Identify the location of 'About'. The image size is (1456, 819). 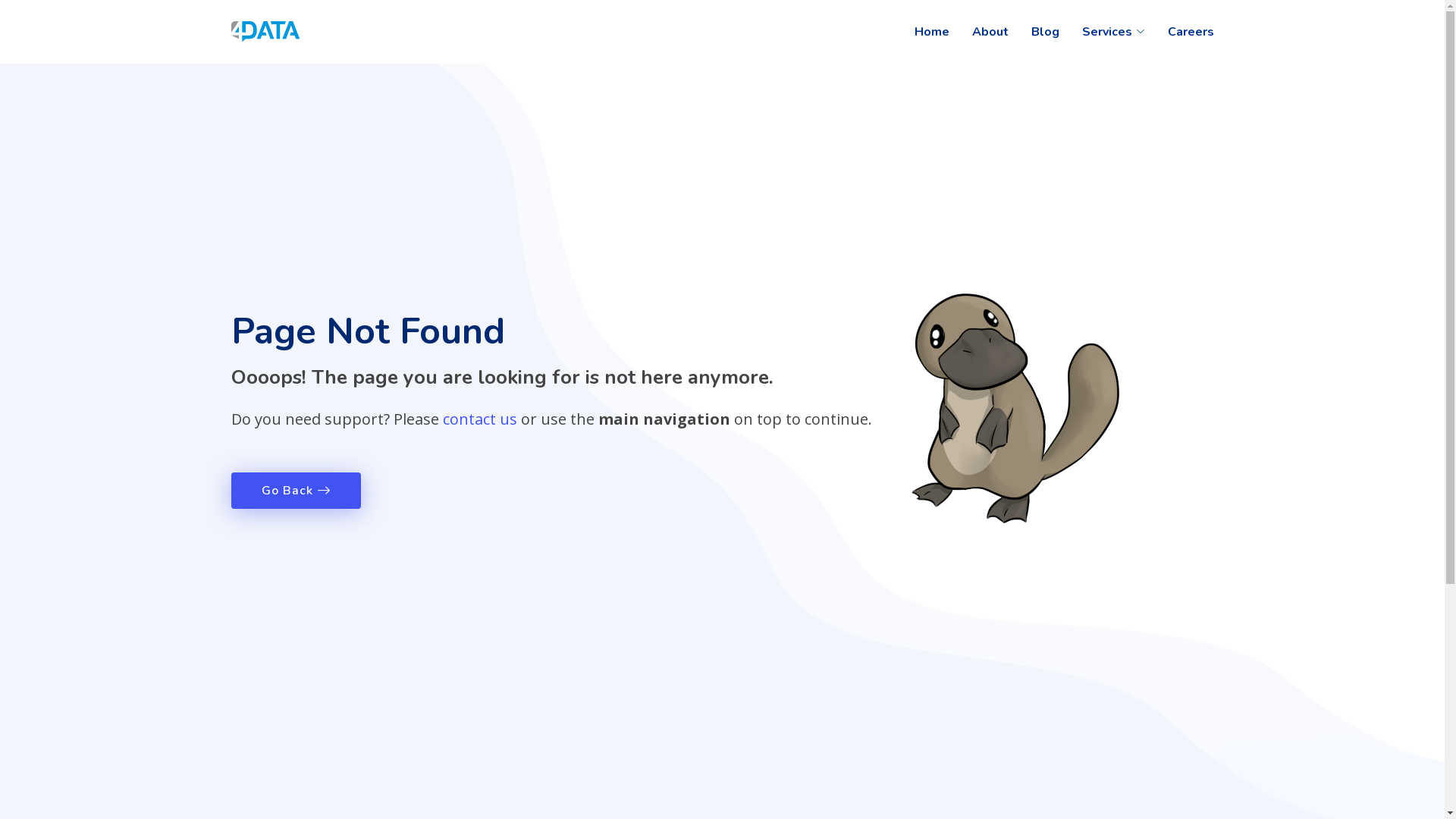
(979, 32).